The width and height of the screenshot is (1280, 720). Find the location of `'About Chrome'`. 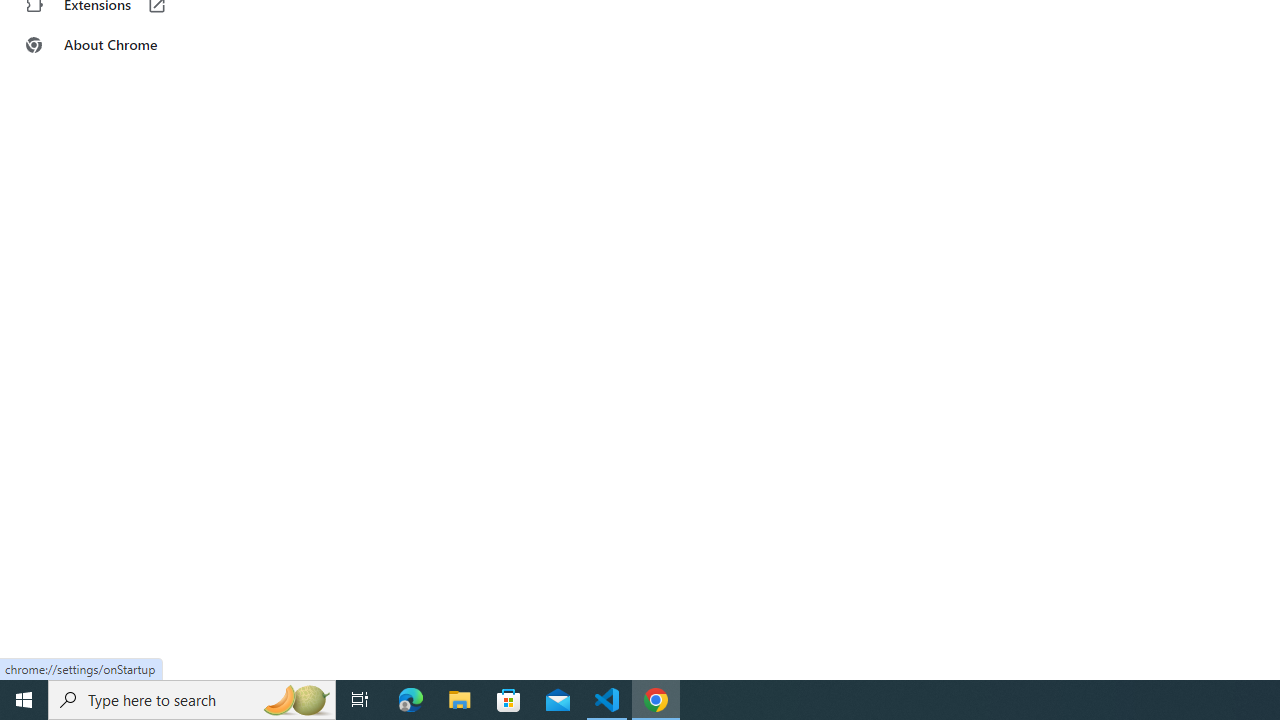

'About Chrome' is located at coordinates (123, 45).